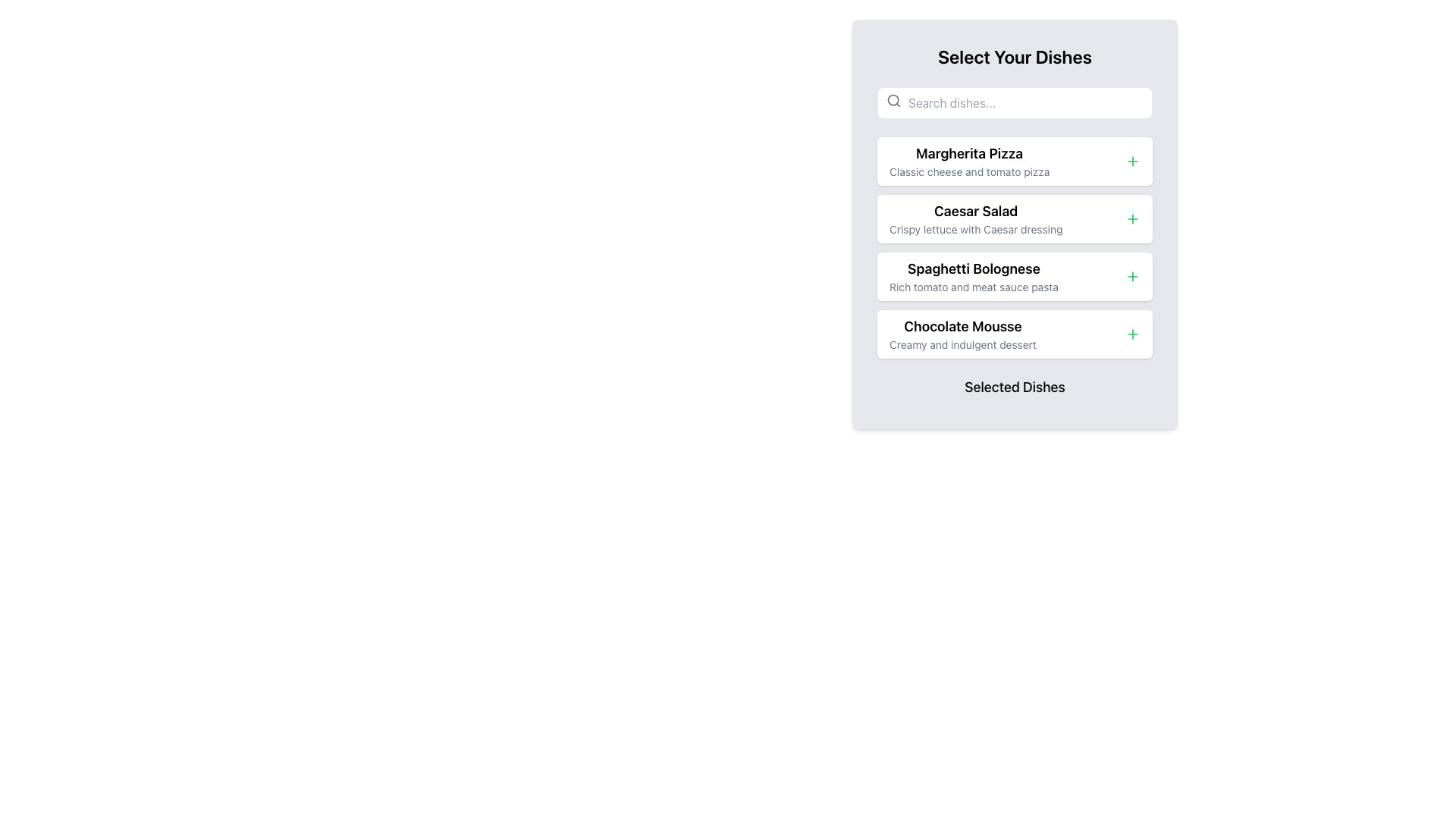  What do you see at coordinates (976, 211) in the screenshot?
I see `the text label 'Caesar Salad' which serves as the title for the dish in the 'Select Your Dishes' section, positioned above the description of the dish` at bounding box center [976, 211].